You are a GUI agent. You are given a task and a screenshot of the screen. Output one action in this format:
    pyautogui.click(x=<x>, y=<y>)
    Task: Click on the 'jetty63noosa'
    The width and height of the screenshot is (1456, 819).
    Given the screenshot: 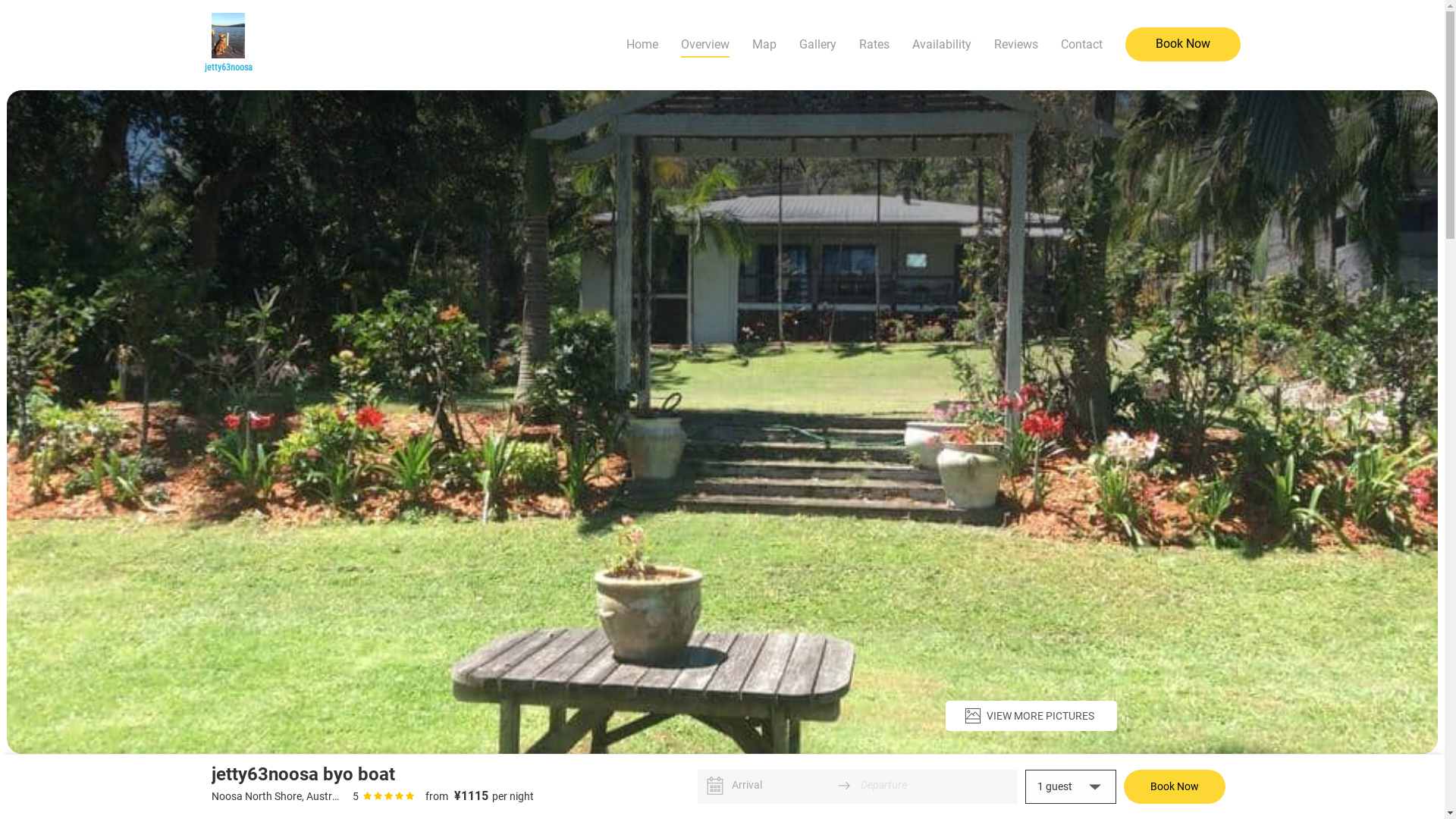 What is the action you would take?
    pyautogui.click(x=227, y=43)
    